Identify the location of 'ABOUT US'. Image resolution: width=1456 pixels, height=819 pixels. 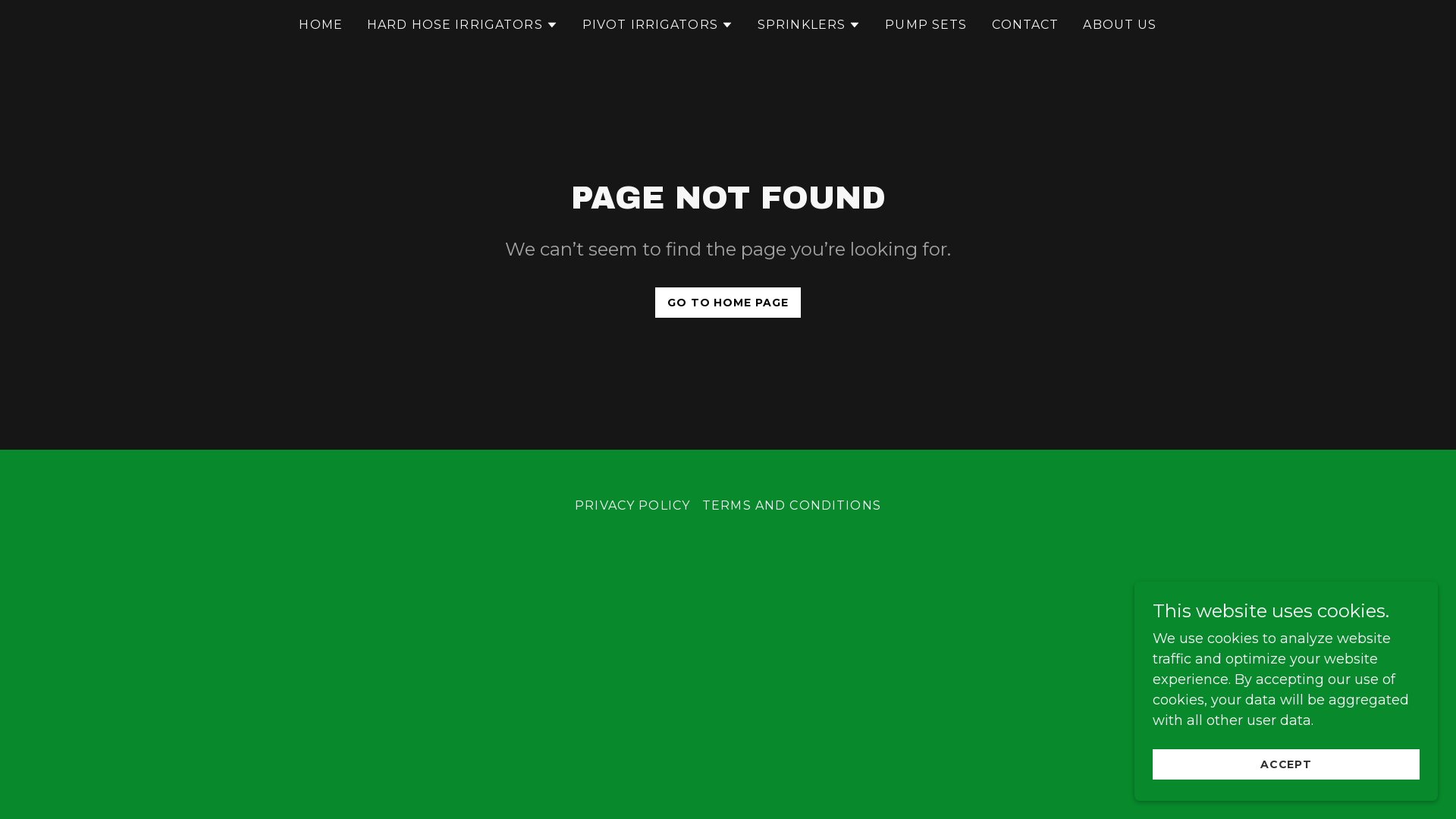
(1119, 25).